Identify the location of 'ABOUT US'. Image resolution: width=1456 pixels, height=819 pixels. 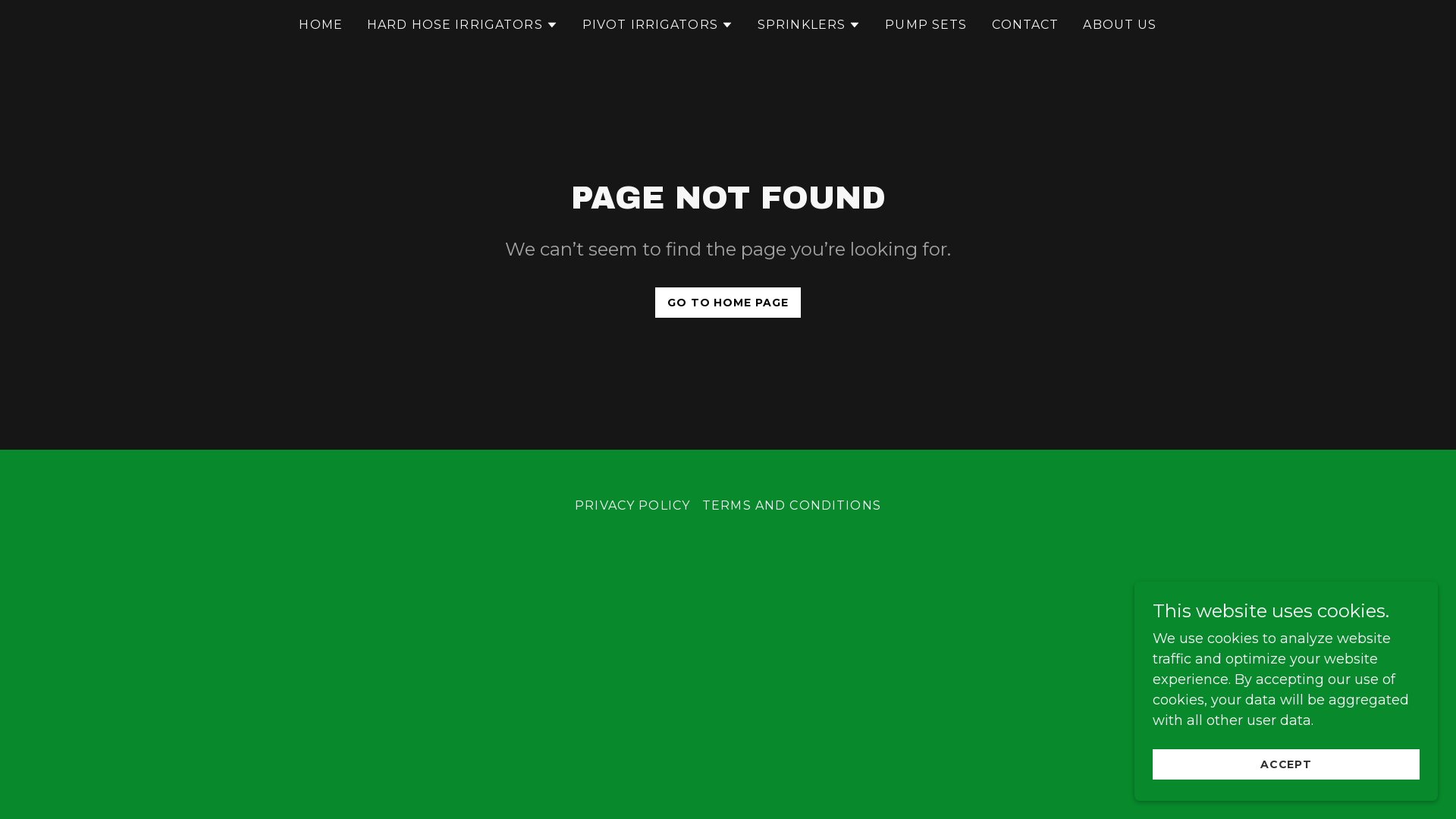
(1119, 25).